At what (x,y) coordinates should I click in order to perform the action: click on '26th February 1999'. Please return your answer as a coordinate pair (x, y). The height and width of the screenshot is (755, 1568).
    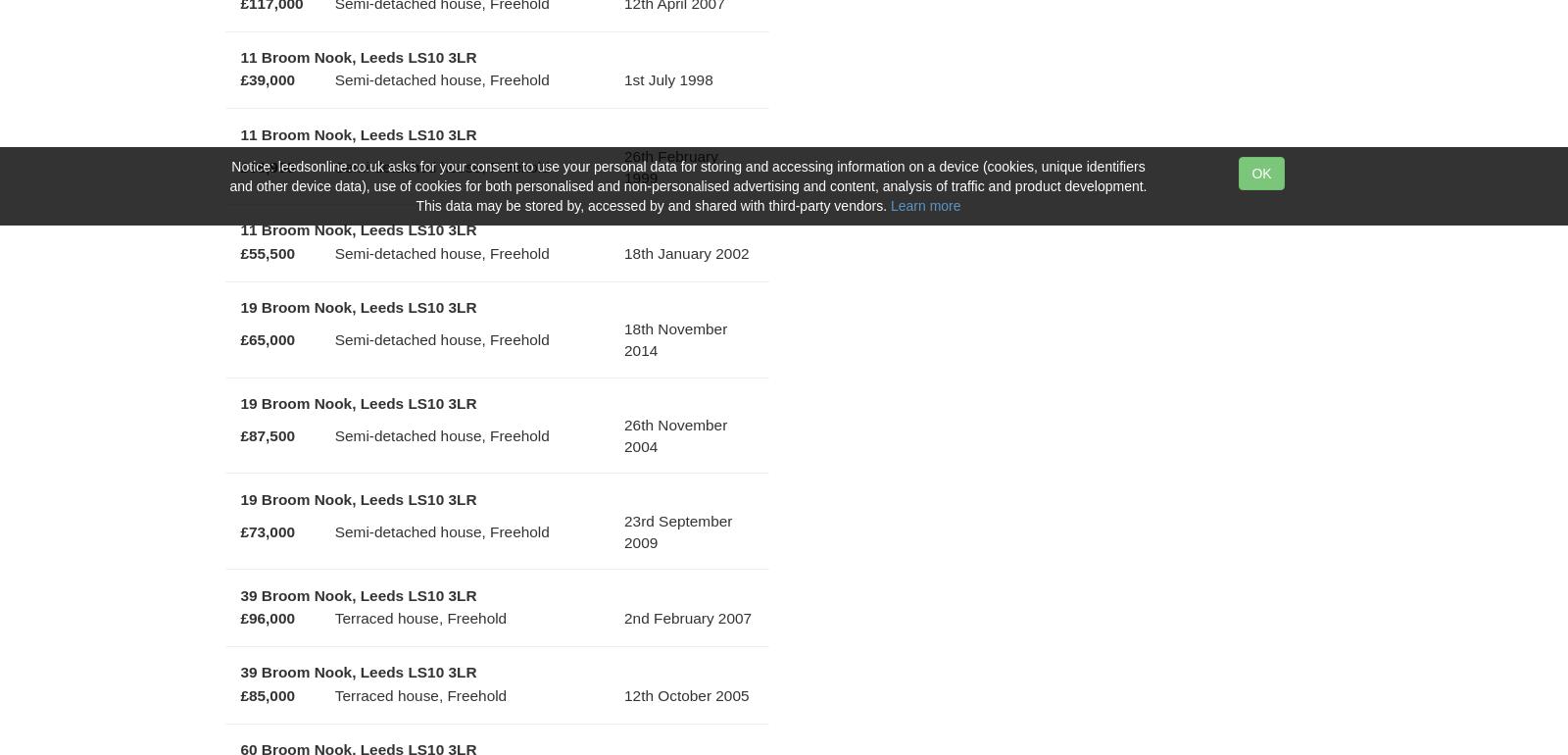
    Looking at the image, I should click on (670, 166).